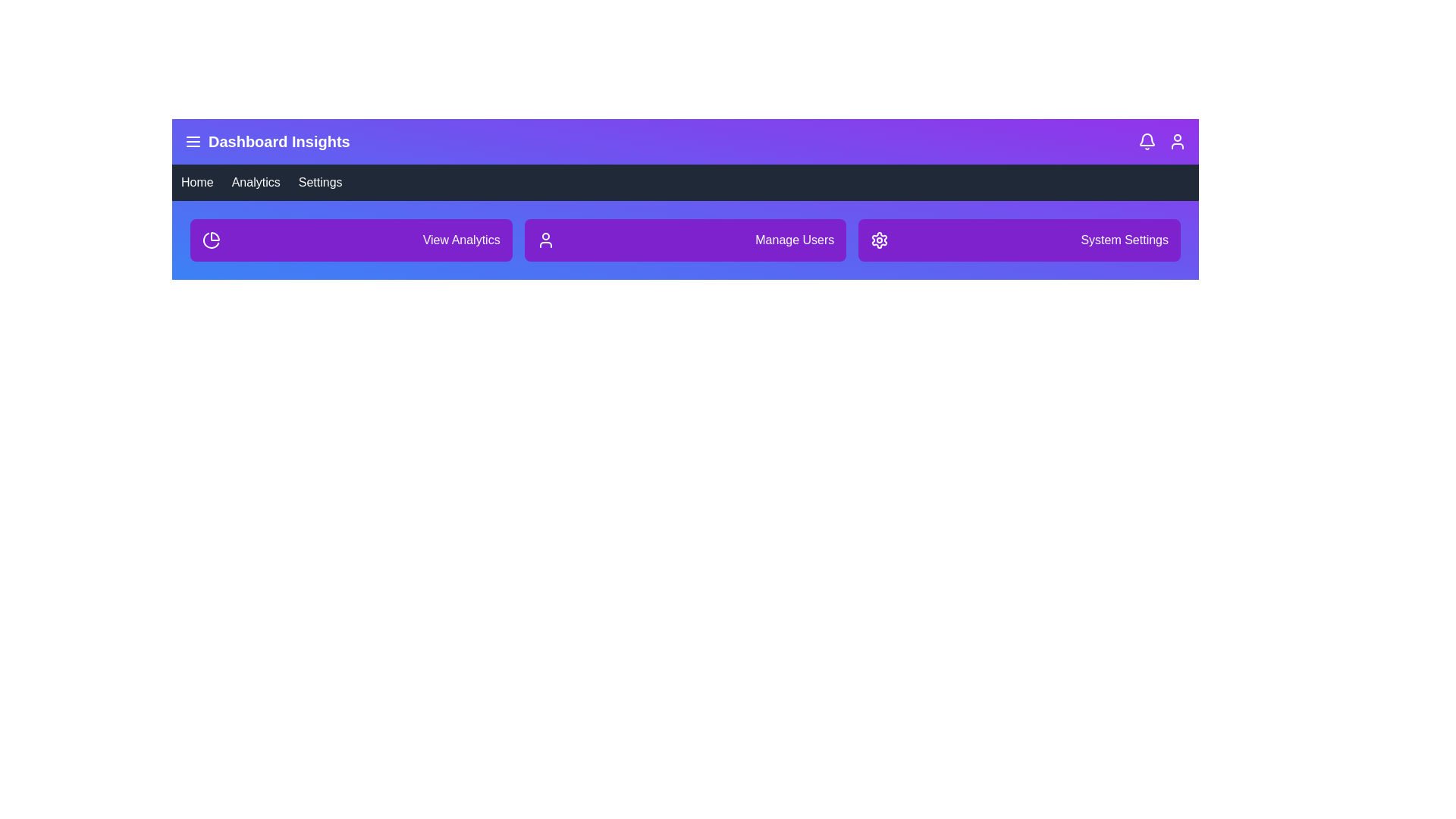 Image resolution: width=1456 pixels, height=819 pixels. Describe the element at coordinates (684, 239) in the screenshot. I see `the Manage Users button in the dashboard` at that location.